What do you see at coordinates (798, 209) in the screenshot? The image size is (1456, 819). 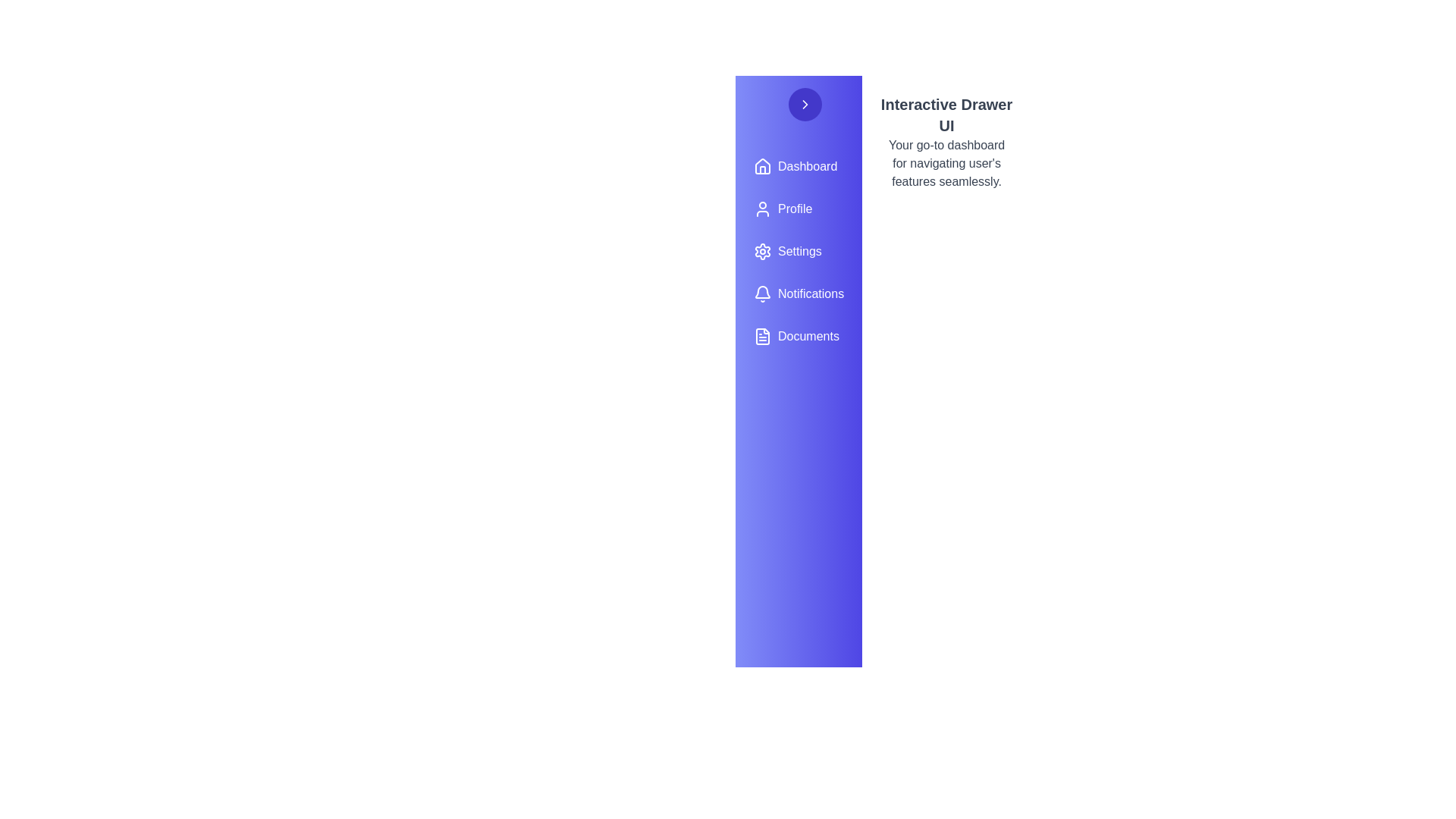 I see `the menu item Profile` at bounding box center [798, 209].